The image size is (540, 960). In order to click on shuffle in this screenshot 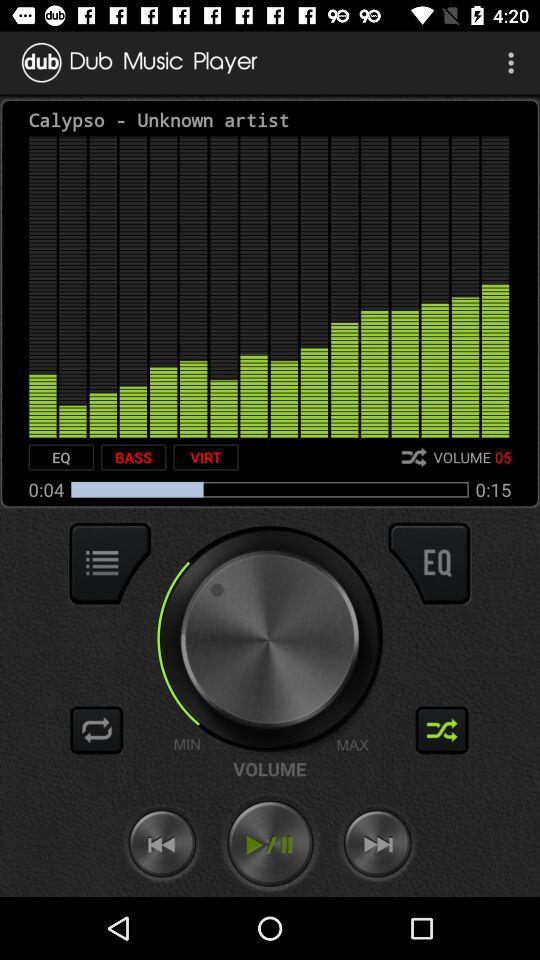, I will do `click(442, 729)`.